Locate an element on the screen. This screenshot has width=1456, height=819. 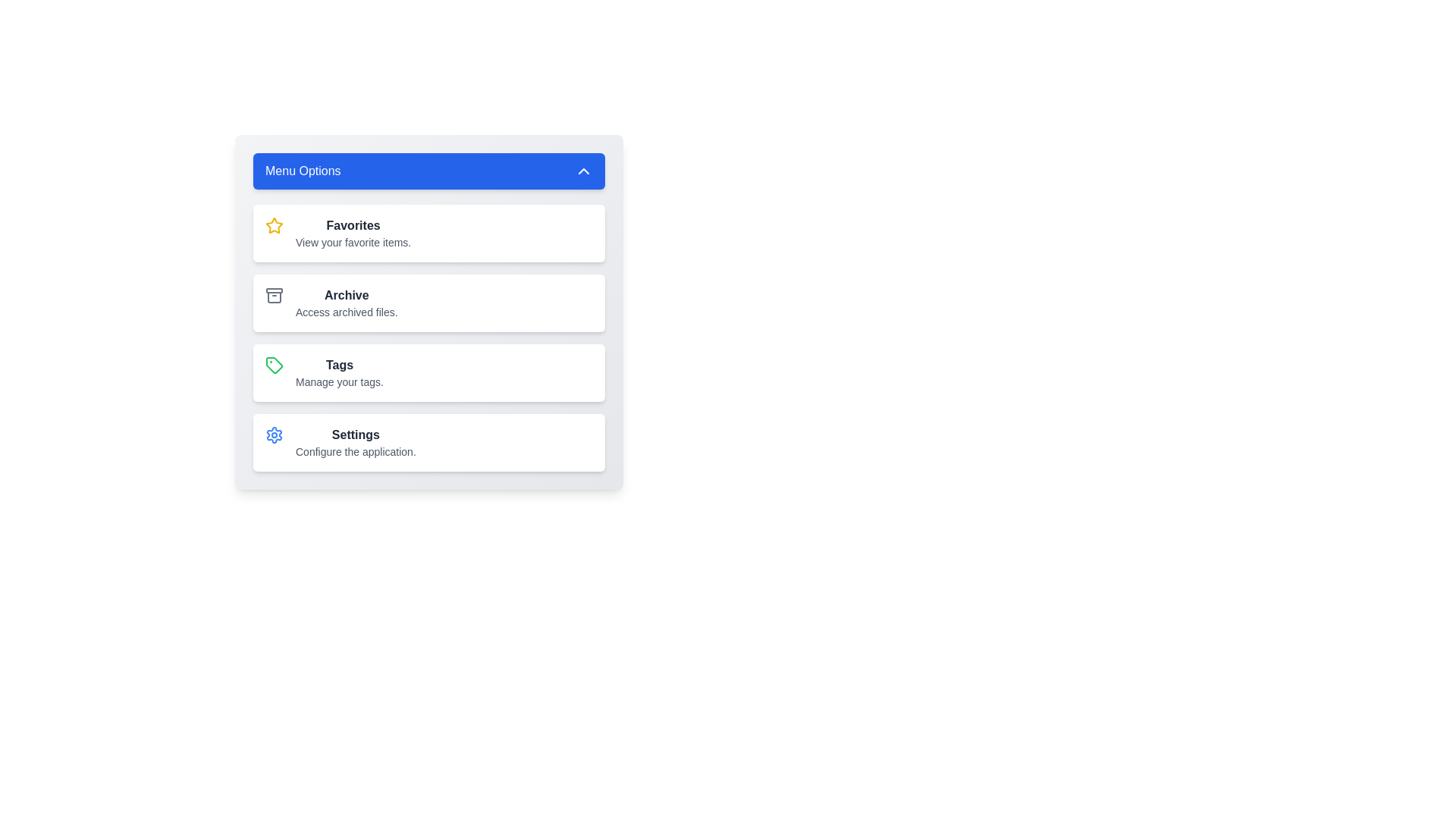
the gear icon representing the settings functionality located to the left of the 'Settings' label in the bottommost row of the menu list is located at coordinates (274, 435).